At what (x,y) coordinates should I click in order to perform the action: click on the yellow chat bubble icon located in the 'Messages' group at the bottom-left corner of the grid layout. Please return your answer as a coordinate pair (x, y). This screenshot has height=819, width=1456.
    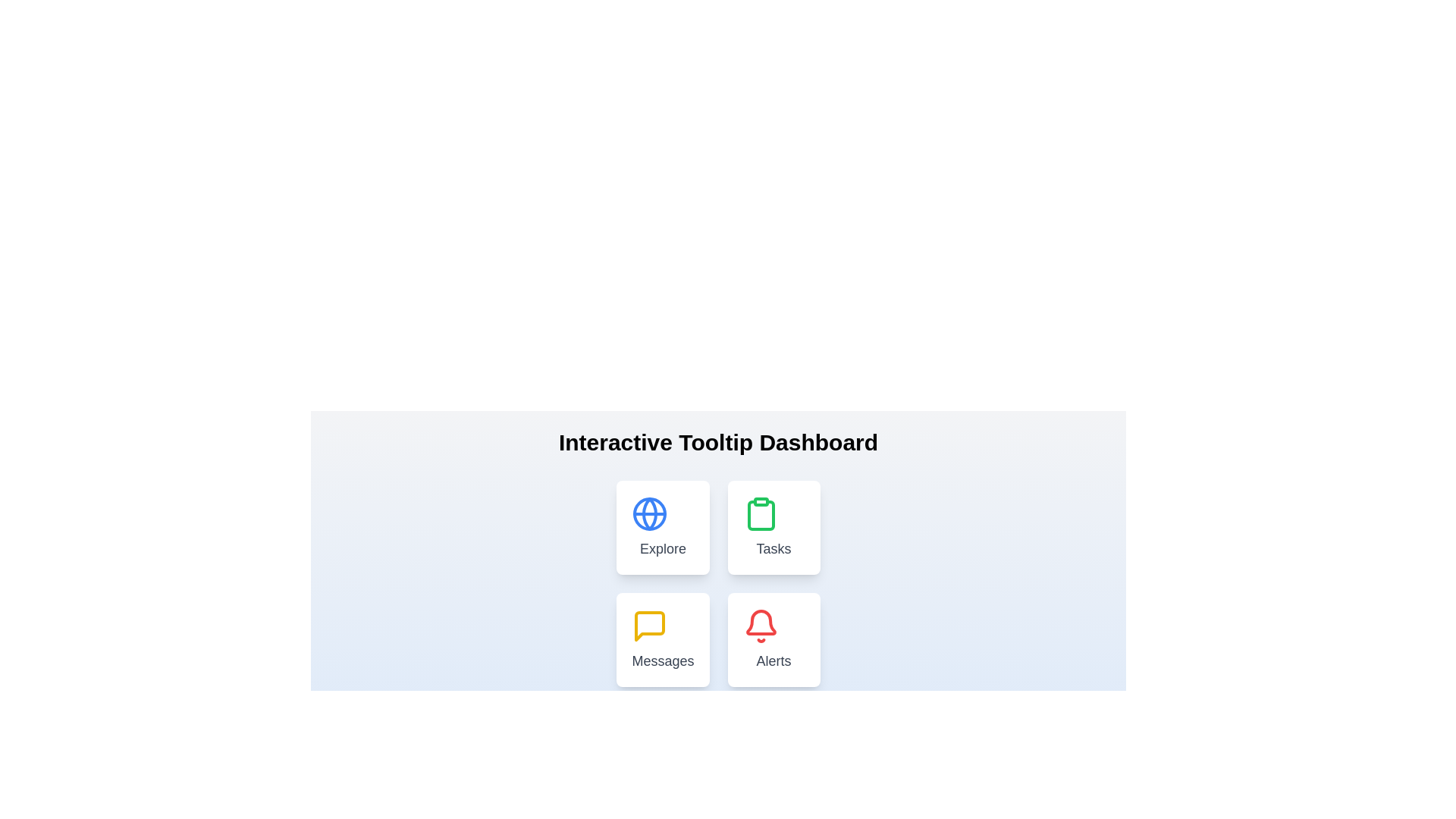
    Looking at the image, I should click on (650, 626).